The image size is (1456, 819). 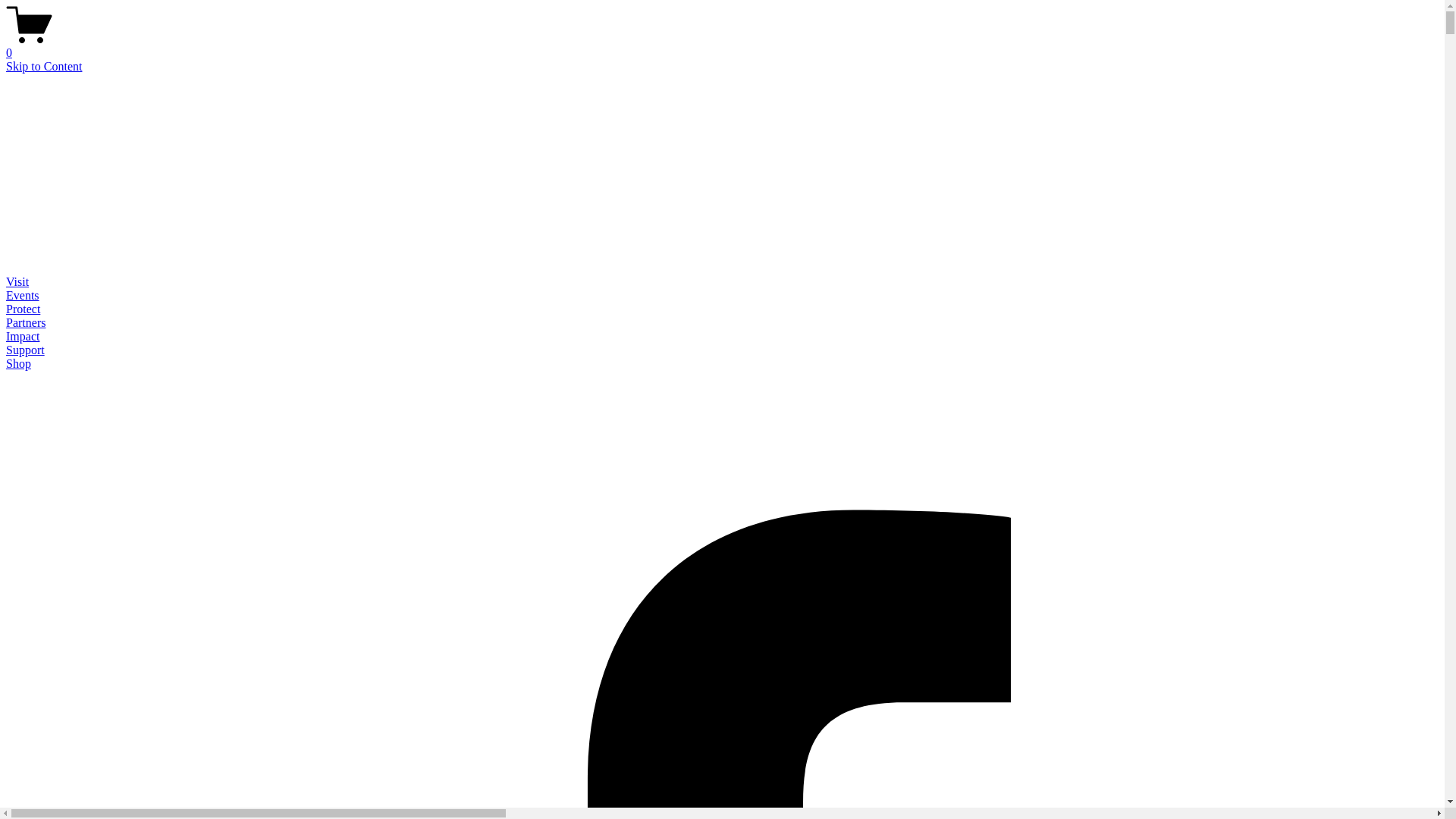 I want to click on 'Protect', so click(x=6, y=308).